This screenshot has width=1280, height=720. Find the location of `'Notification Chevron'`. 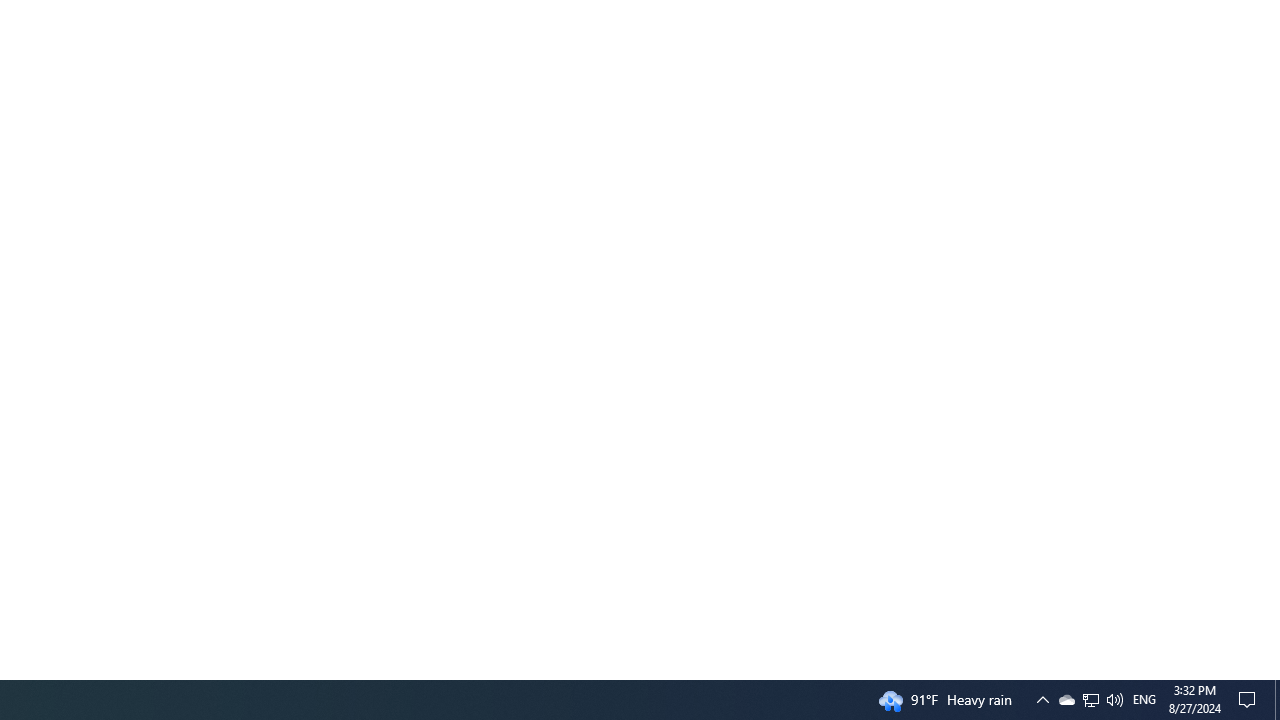

'Notification Chevron' is located at coordinates (1090, 698).